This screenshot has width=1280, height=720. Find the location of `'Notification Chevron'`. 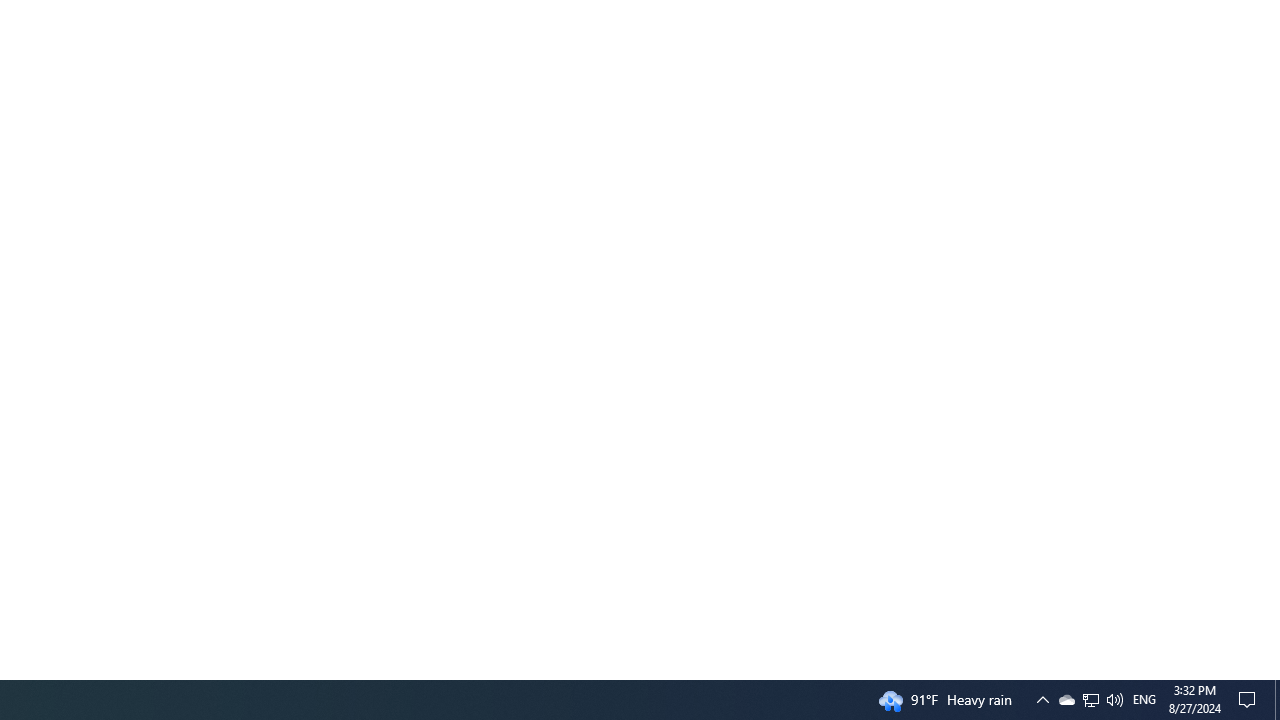

'Notification Chevron' is located at coordinates (1090, 698).